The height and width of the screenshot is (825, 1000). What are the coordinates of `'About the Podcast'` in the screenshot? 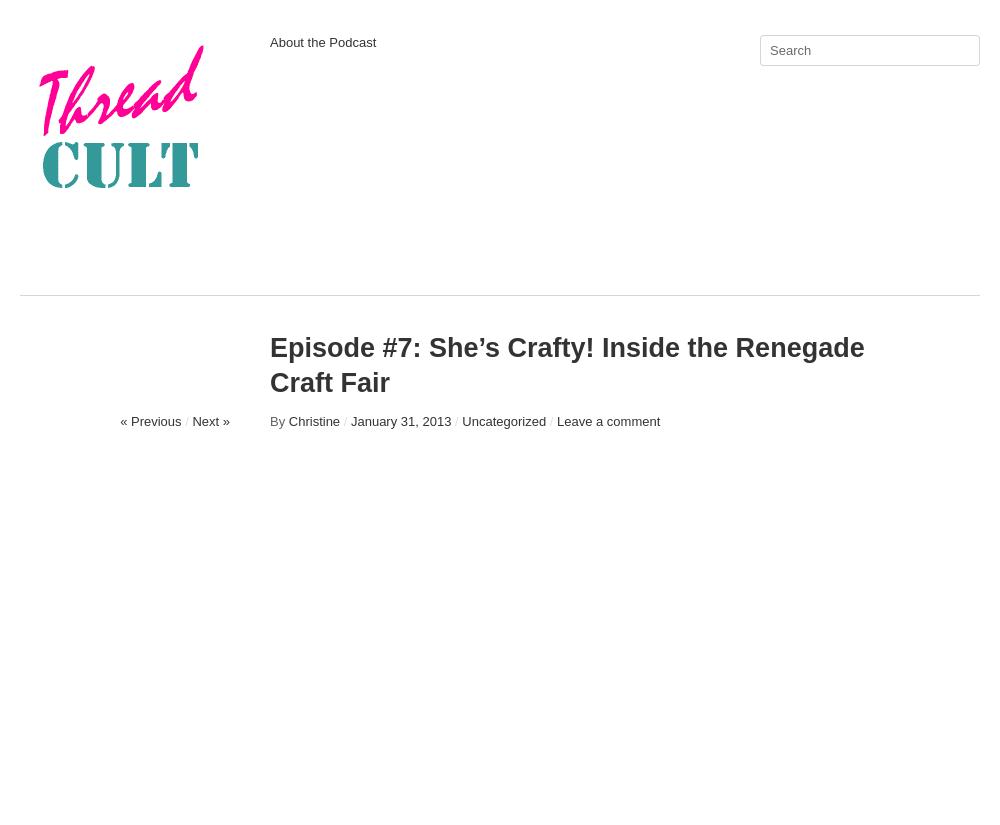 It's located at (322, 42).